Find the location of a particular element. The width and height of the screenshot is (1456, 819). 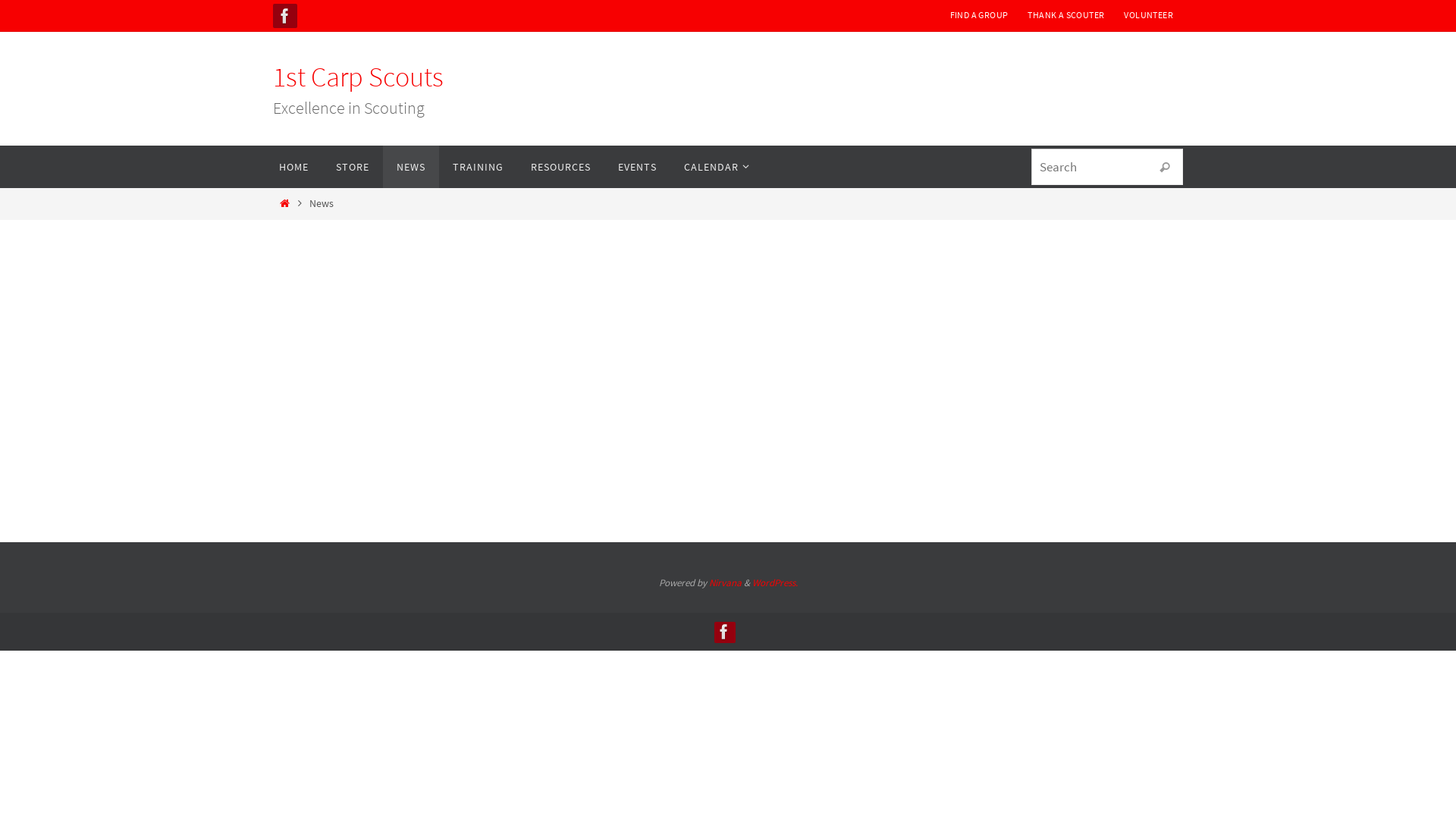

'NEWS' is located at coordinates (411, 166).